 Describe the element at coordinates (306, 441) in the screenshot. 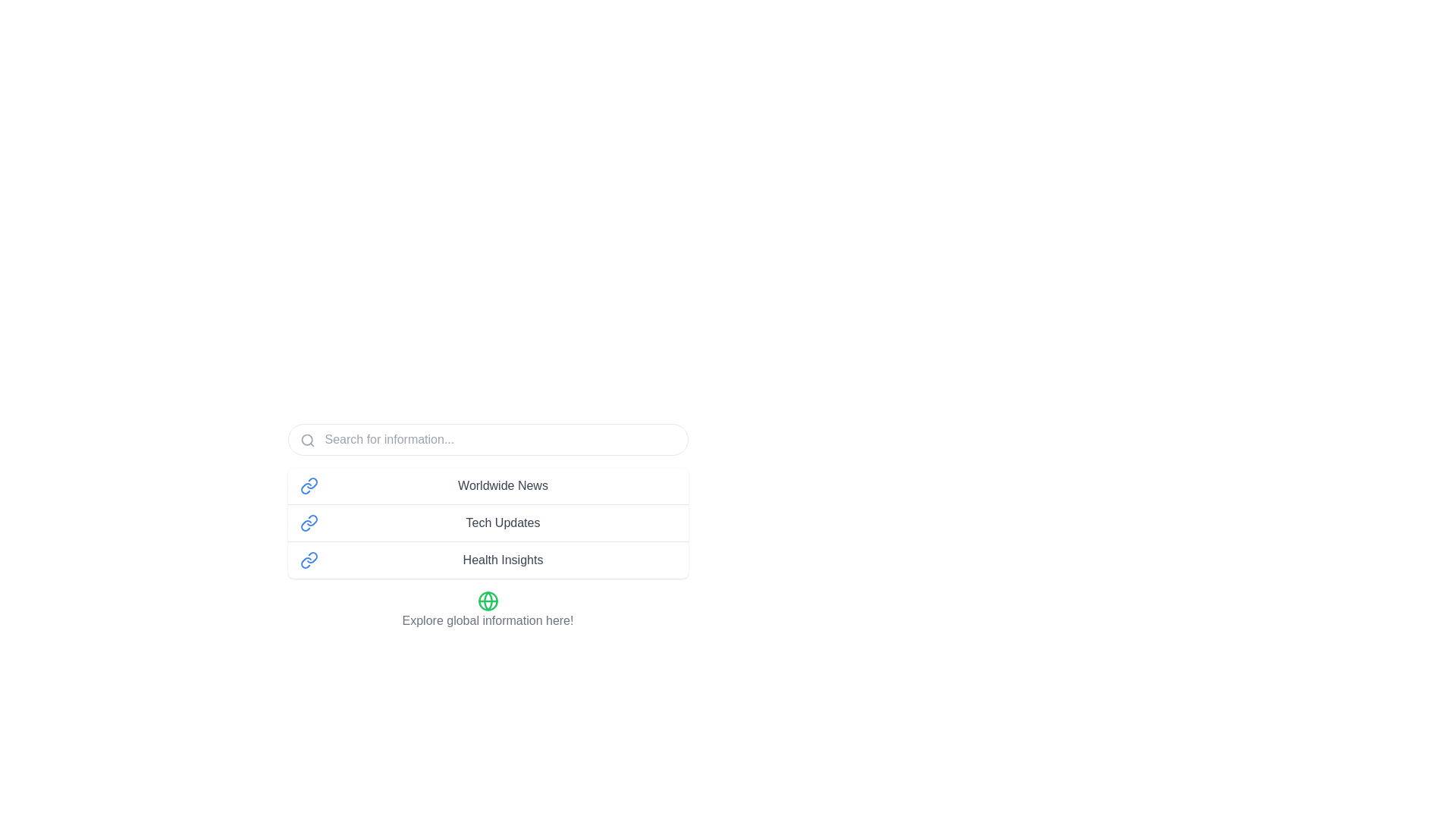

I see `the visual representation of the magnifying glass icon located at the left side of the search field, positioned before the placeholder text 'Search for information...'` at that location.